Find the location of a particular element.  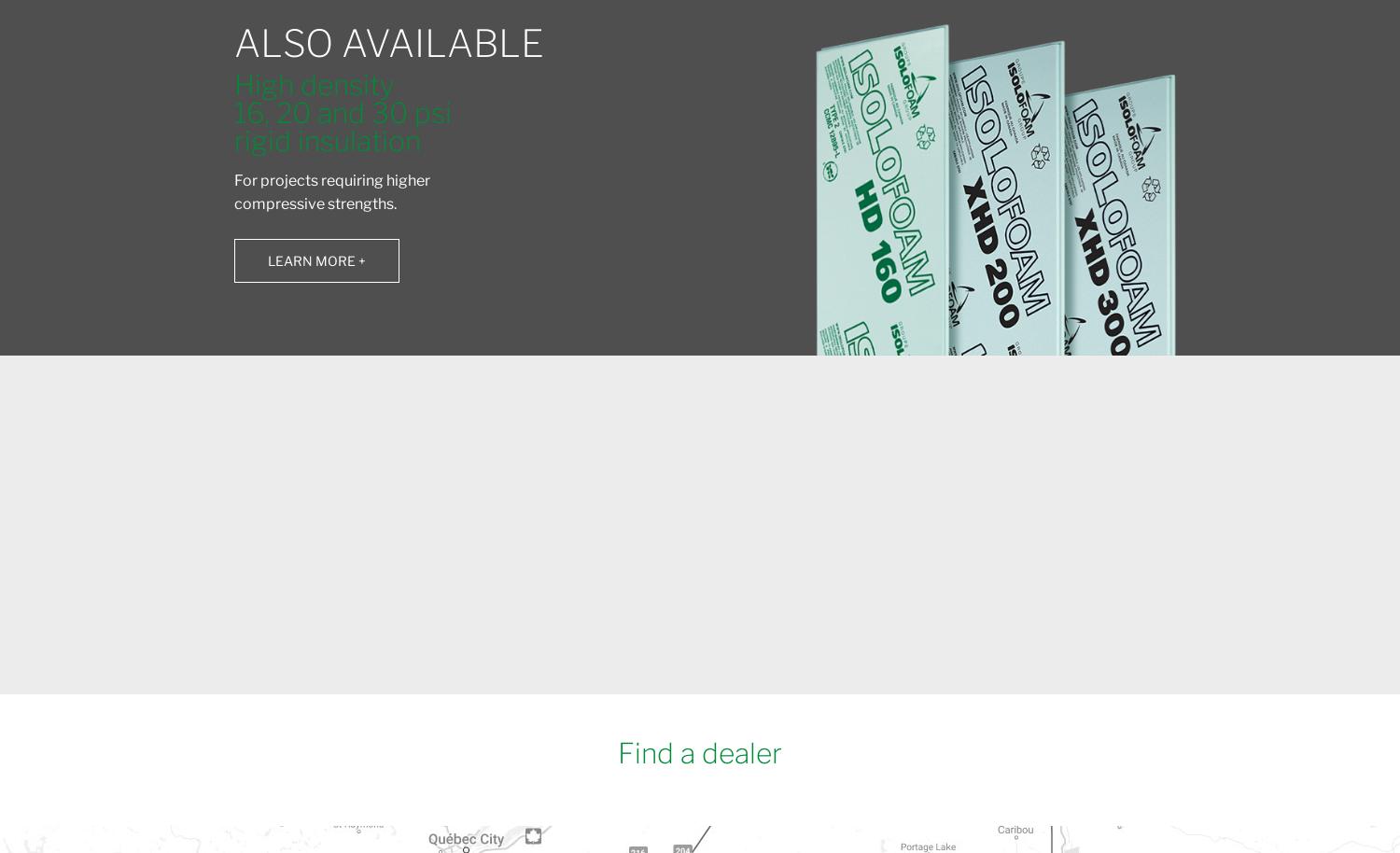

'High density' is located at coordinates (312, 84).